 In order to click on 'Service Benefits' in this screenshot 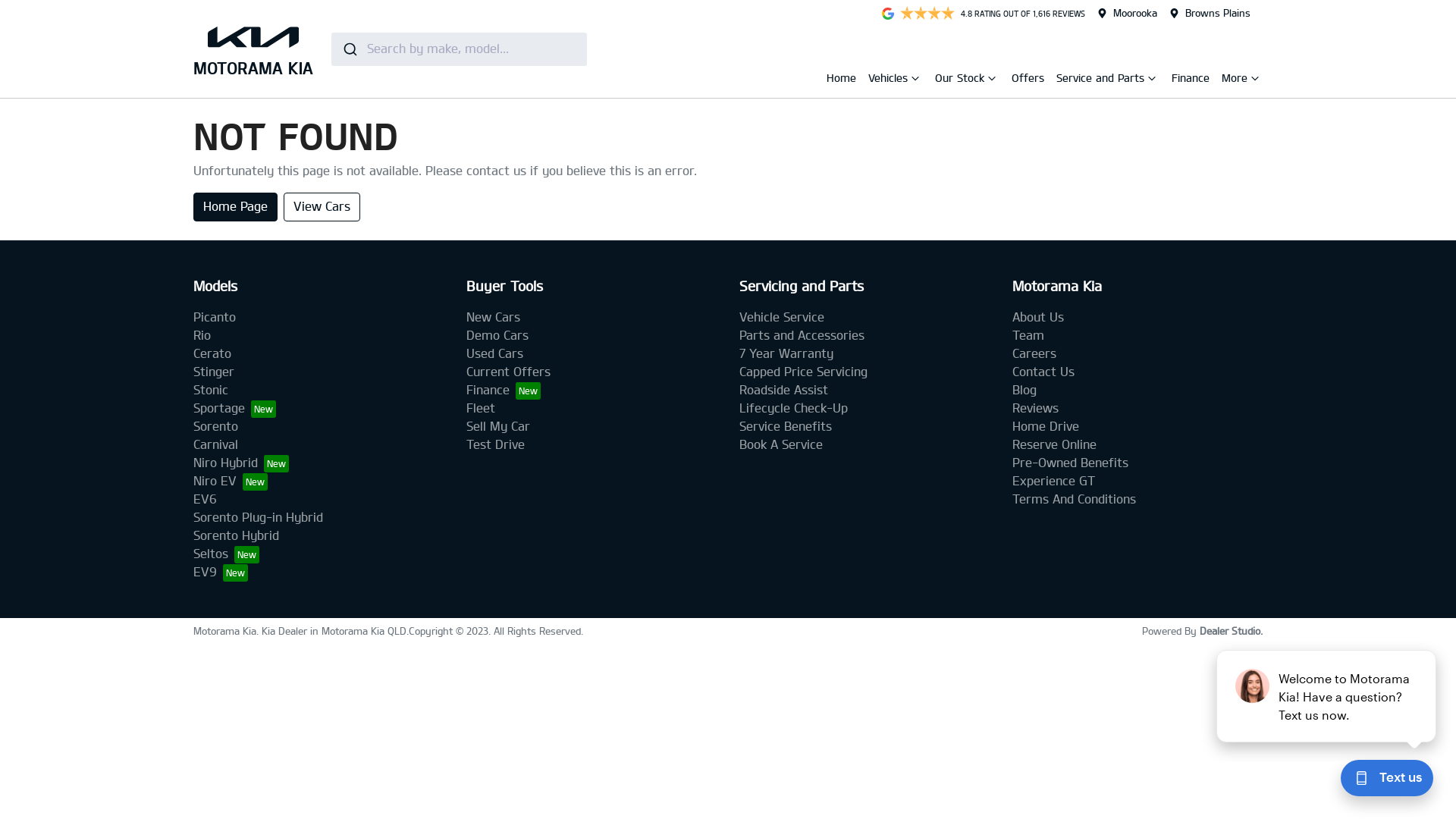, I will do `click(739, 426)`.